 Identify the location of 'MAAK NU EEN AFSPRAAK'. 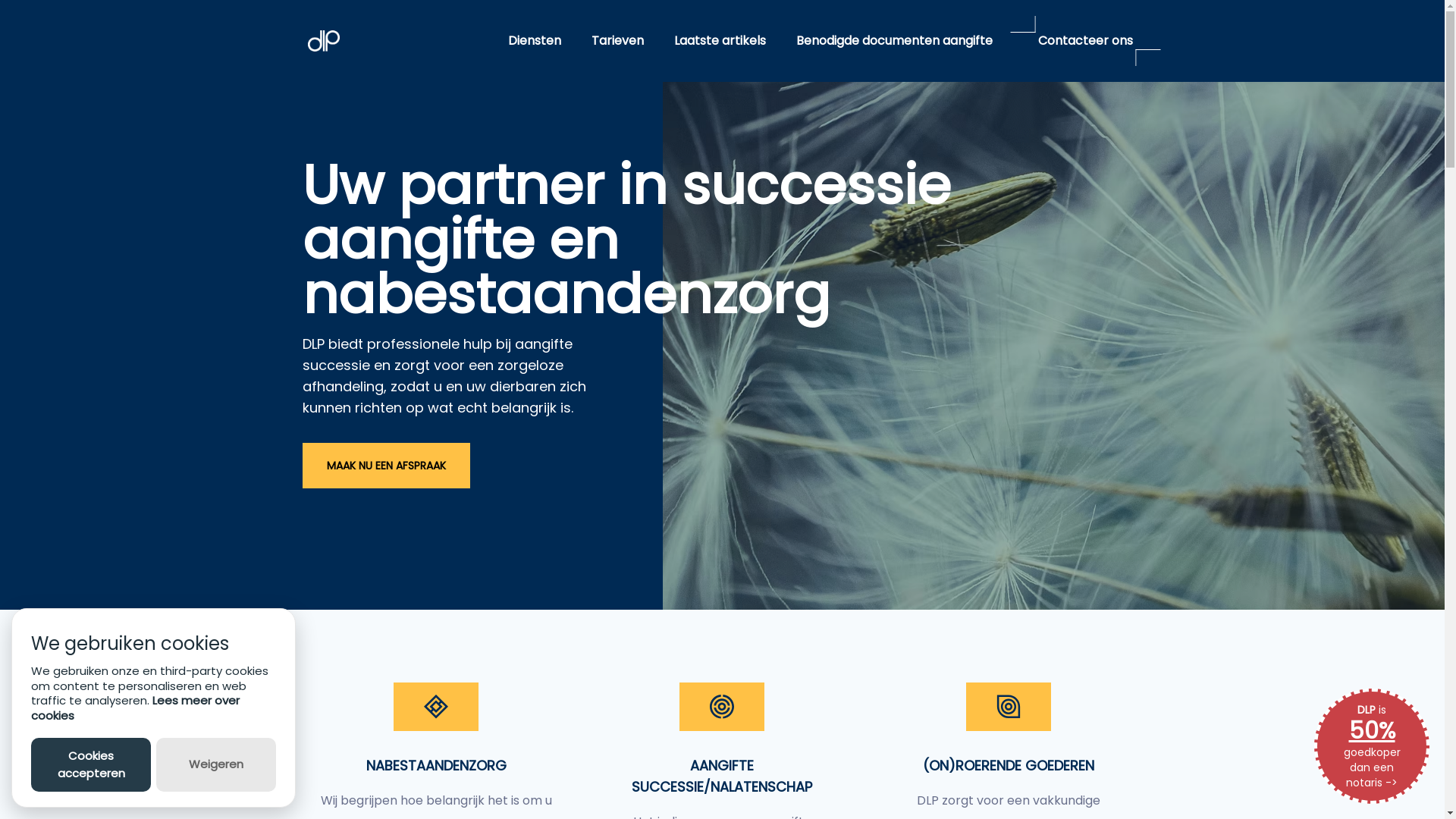
(385, 464).